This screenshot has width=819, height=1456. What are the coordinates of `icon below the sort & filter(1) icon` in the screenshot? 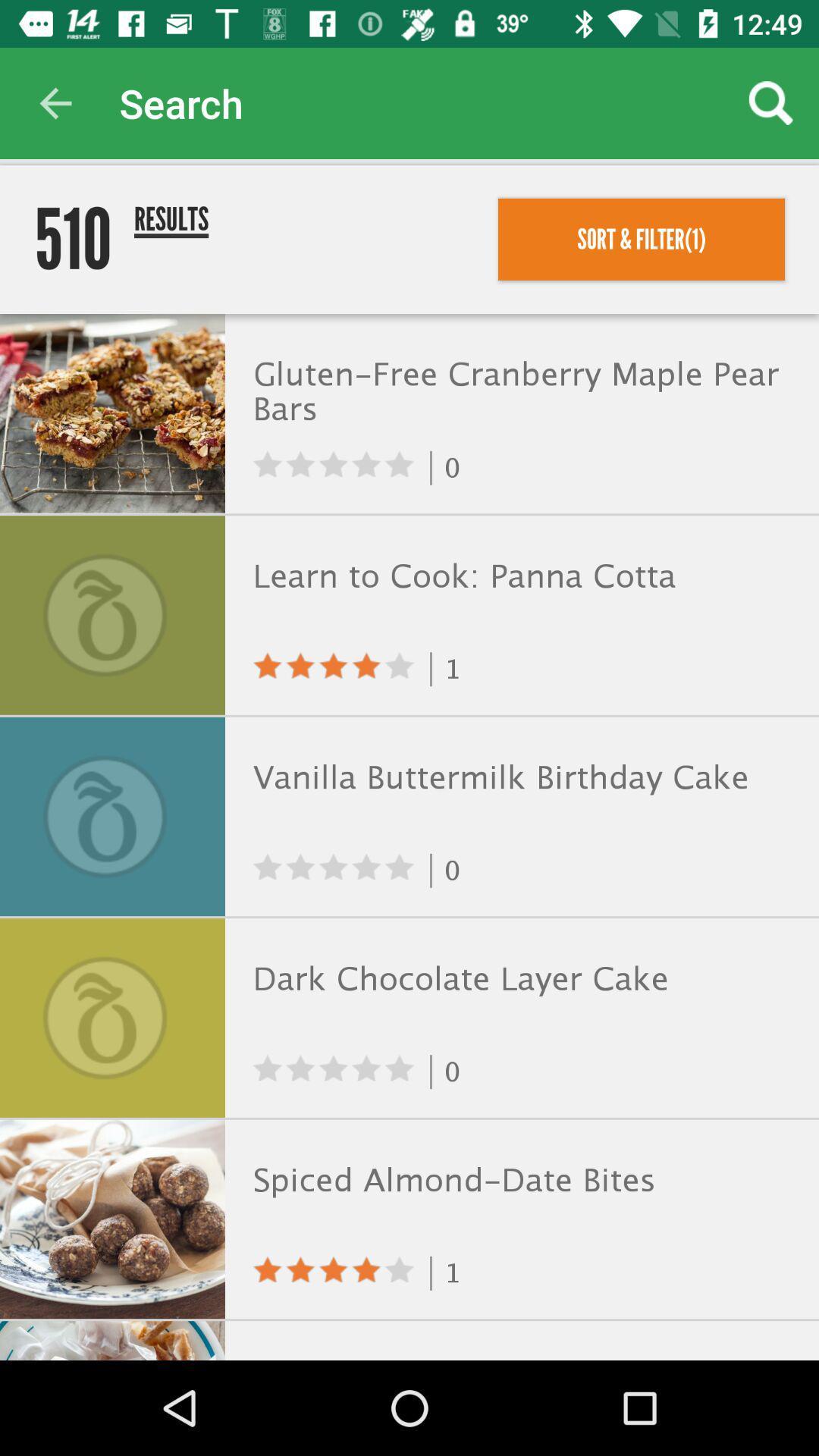 It's located at (518, 394).